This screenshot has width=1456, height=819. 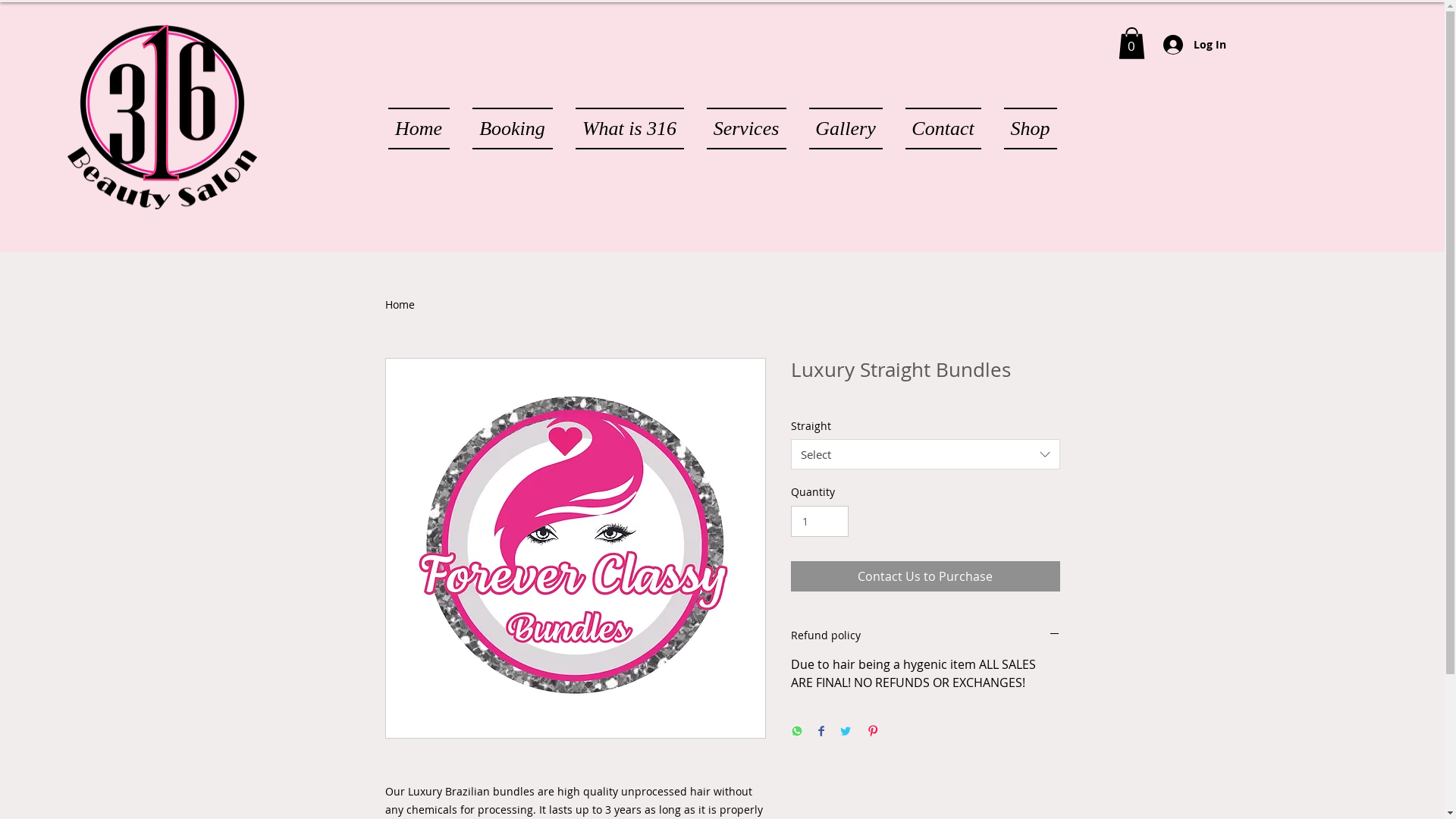 What do you see at coordinates (1131, 42) in the screenshot?
I see `'0'` at bounding box center [1131, 42].